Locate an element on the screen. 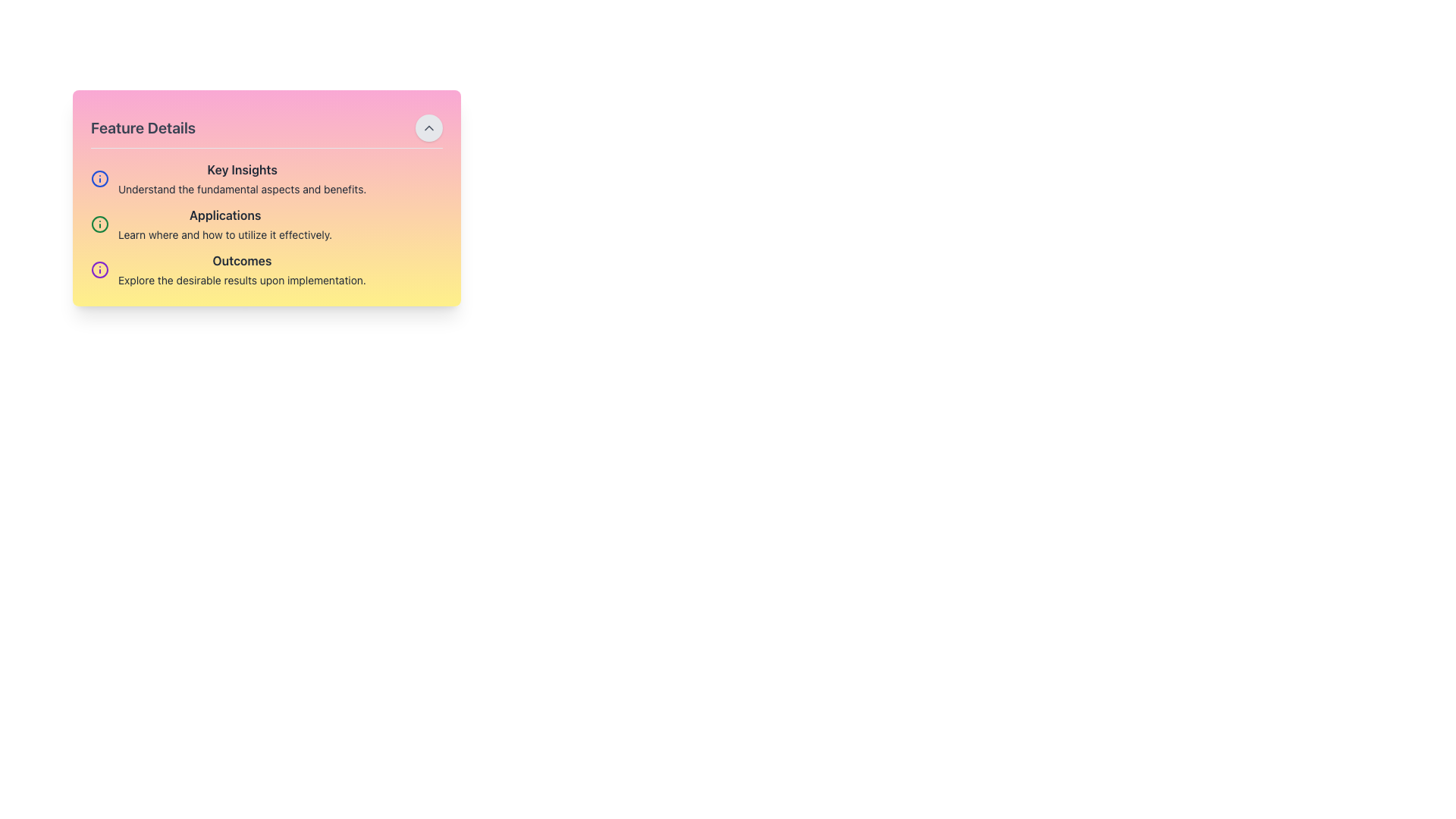 This screenshot has height=819, width=1456. the upward-pointing chevron icon within the circular button is located at coordinates (428, 127).